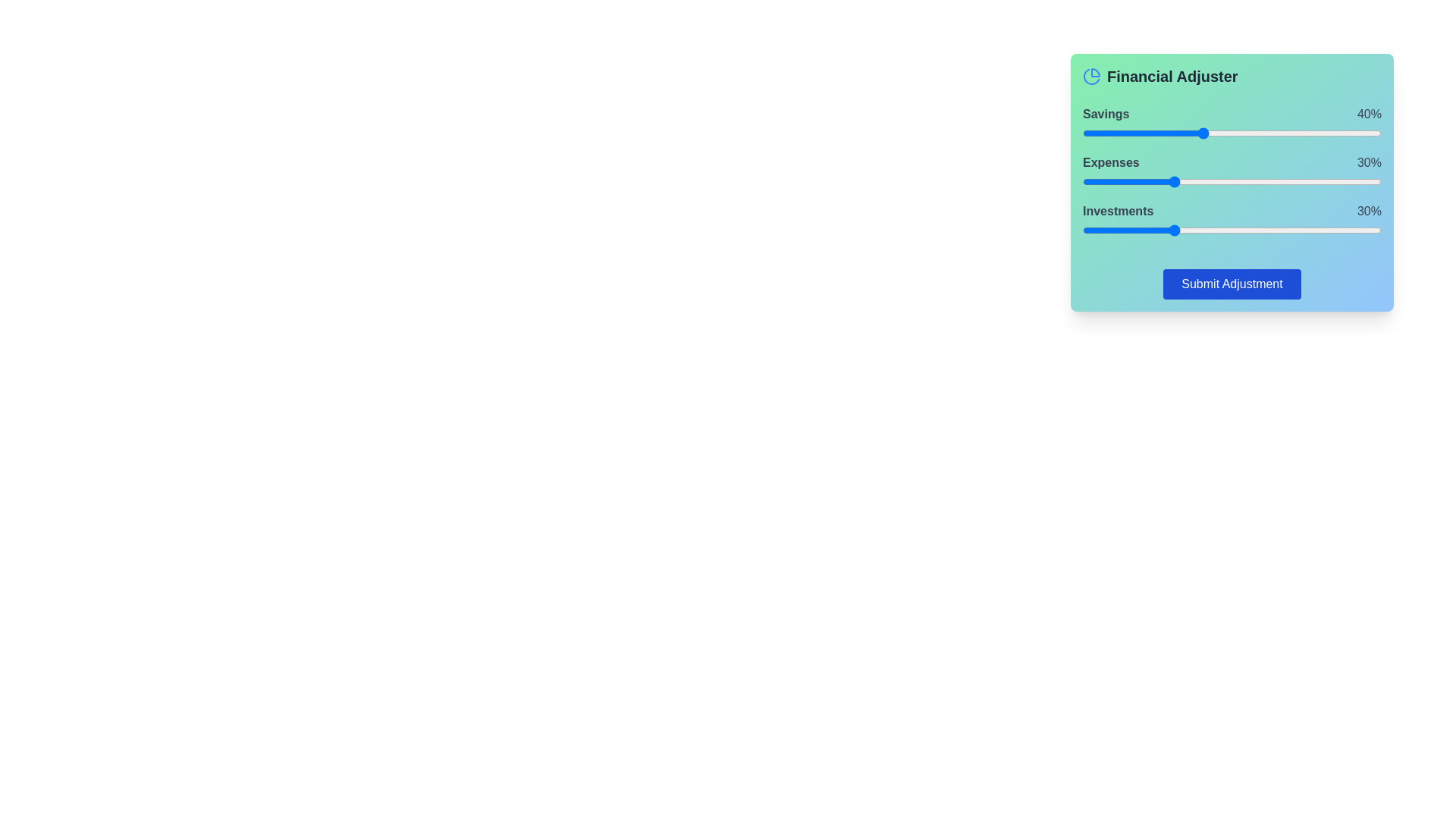  Describe the element at coordinates (1232, 284) in the screenshot. I see `'Submit Adjustment' button to finalize changes` at that location.